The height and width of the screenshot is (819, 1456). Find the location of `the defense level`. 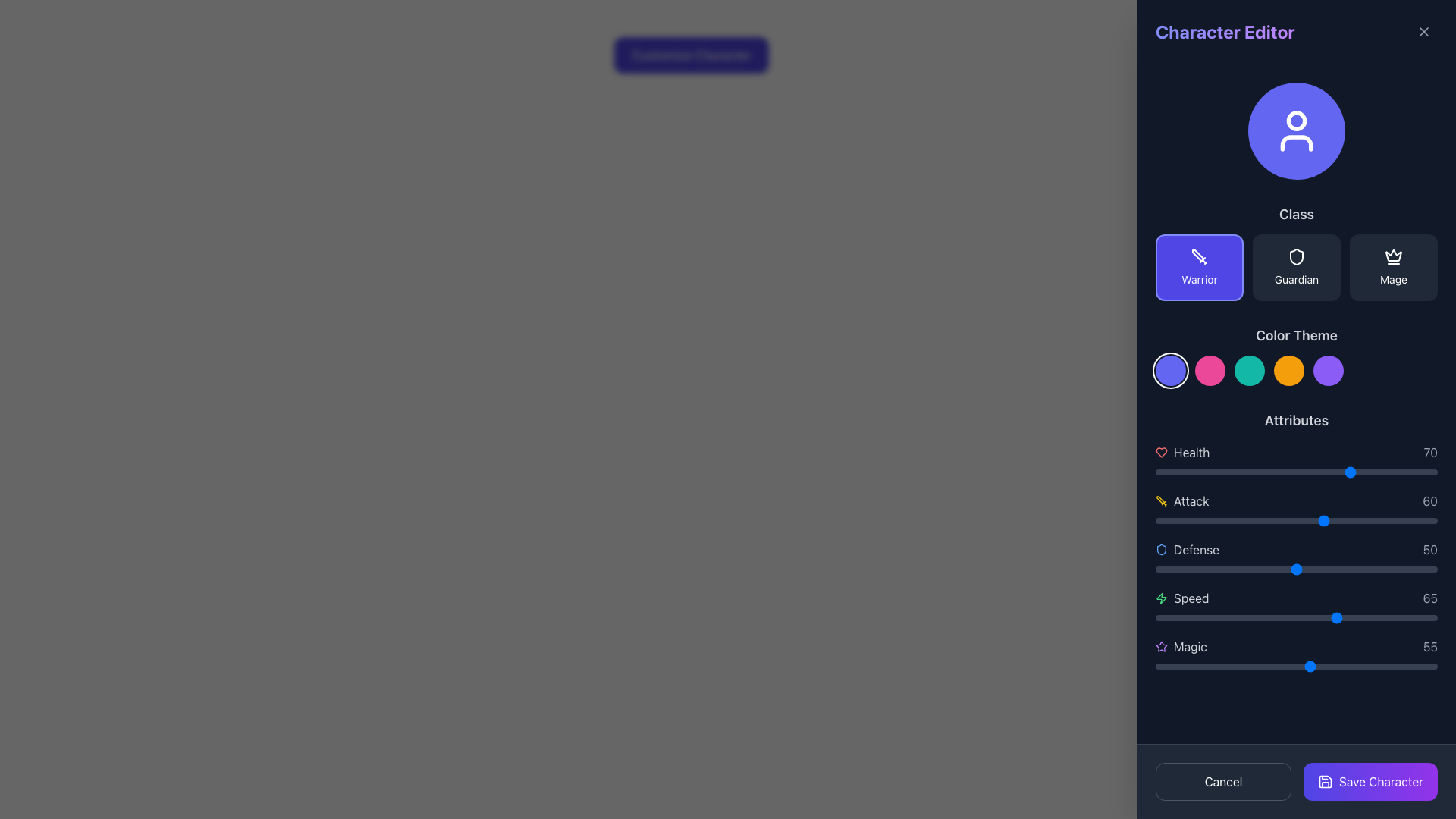

the defense level is located at coordinates (1417, 570).